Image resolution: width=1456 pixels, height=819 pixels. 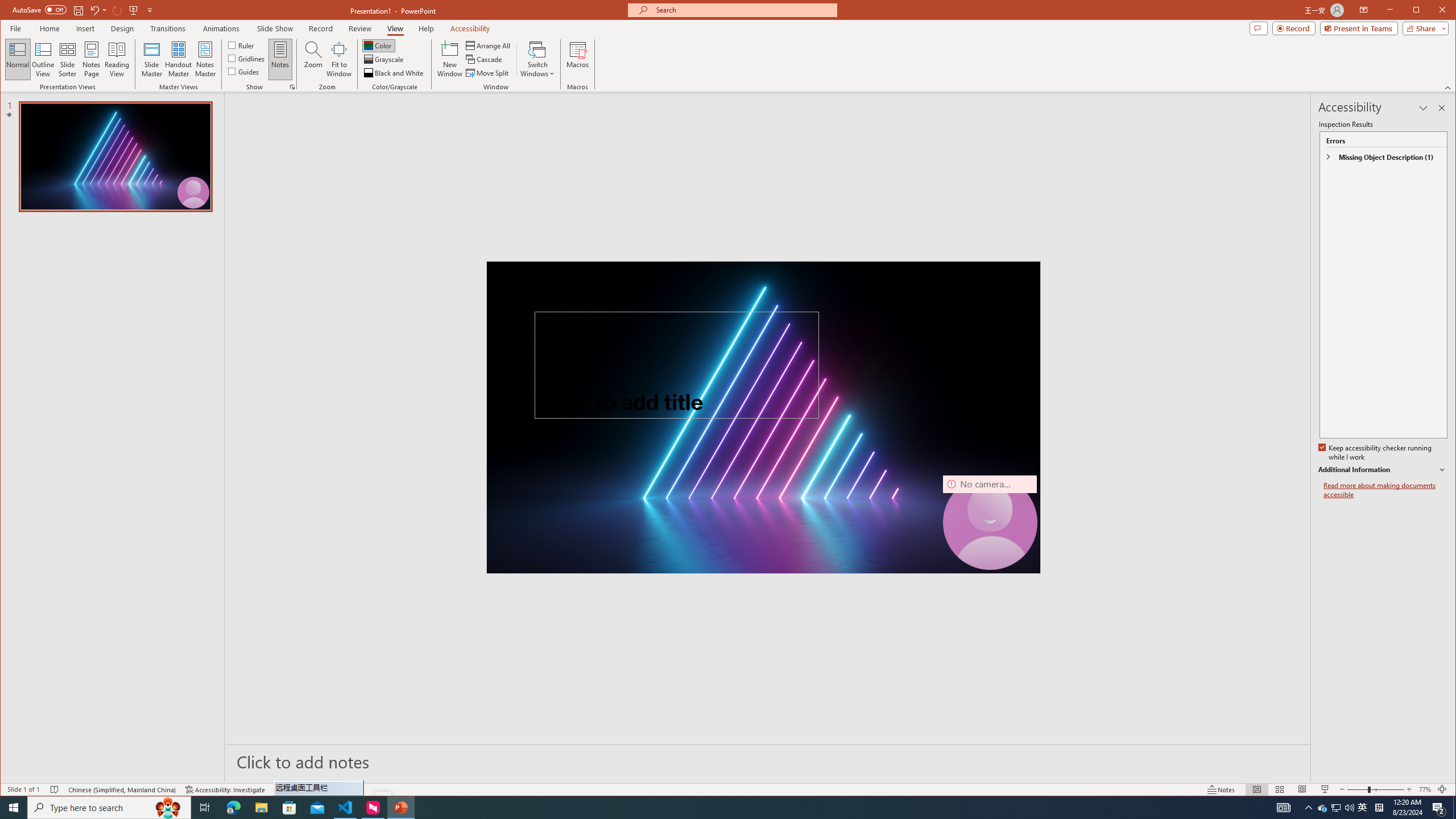 I want to click on 'Gridlines', so click(x=246, y=58).